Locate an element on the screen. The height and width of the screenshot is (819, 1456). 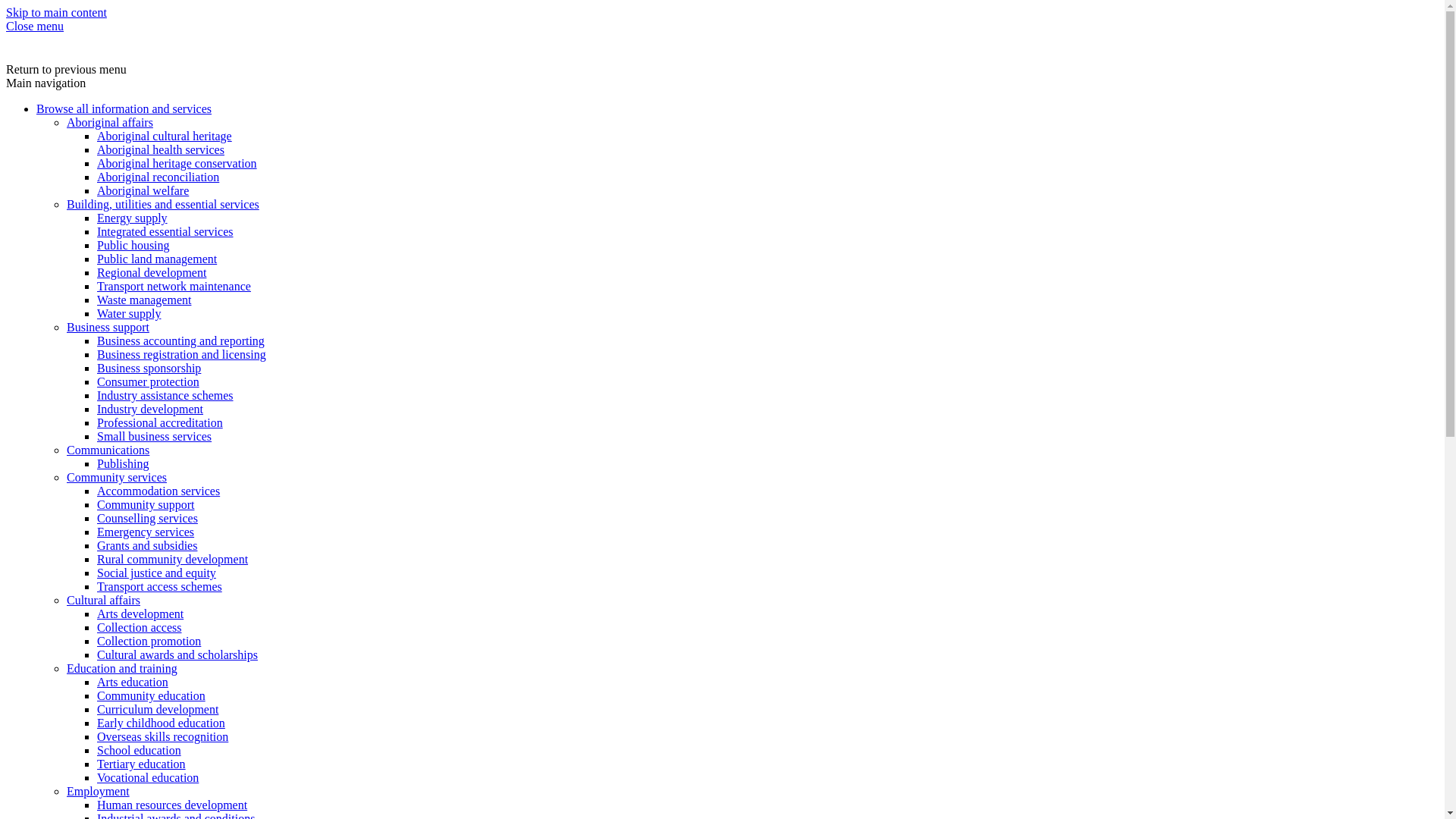
'Publishing' is located at coordinates (123, 463).